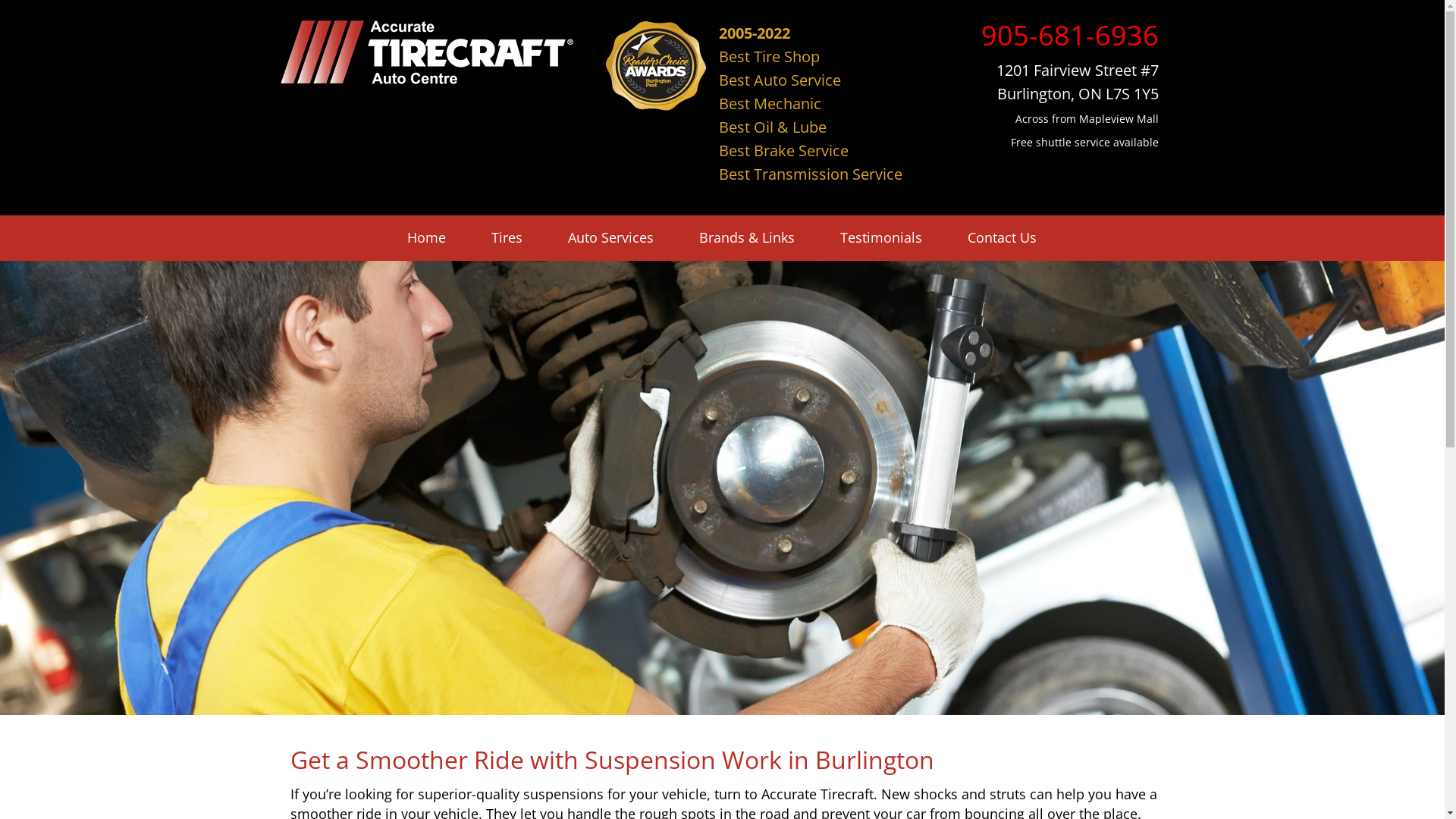 The image size is (1456, 819). I want to click on 'Tires', so click(507, 237).